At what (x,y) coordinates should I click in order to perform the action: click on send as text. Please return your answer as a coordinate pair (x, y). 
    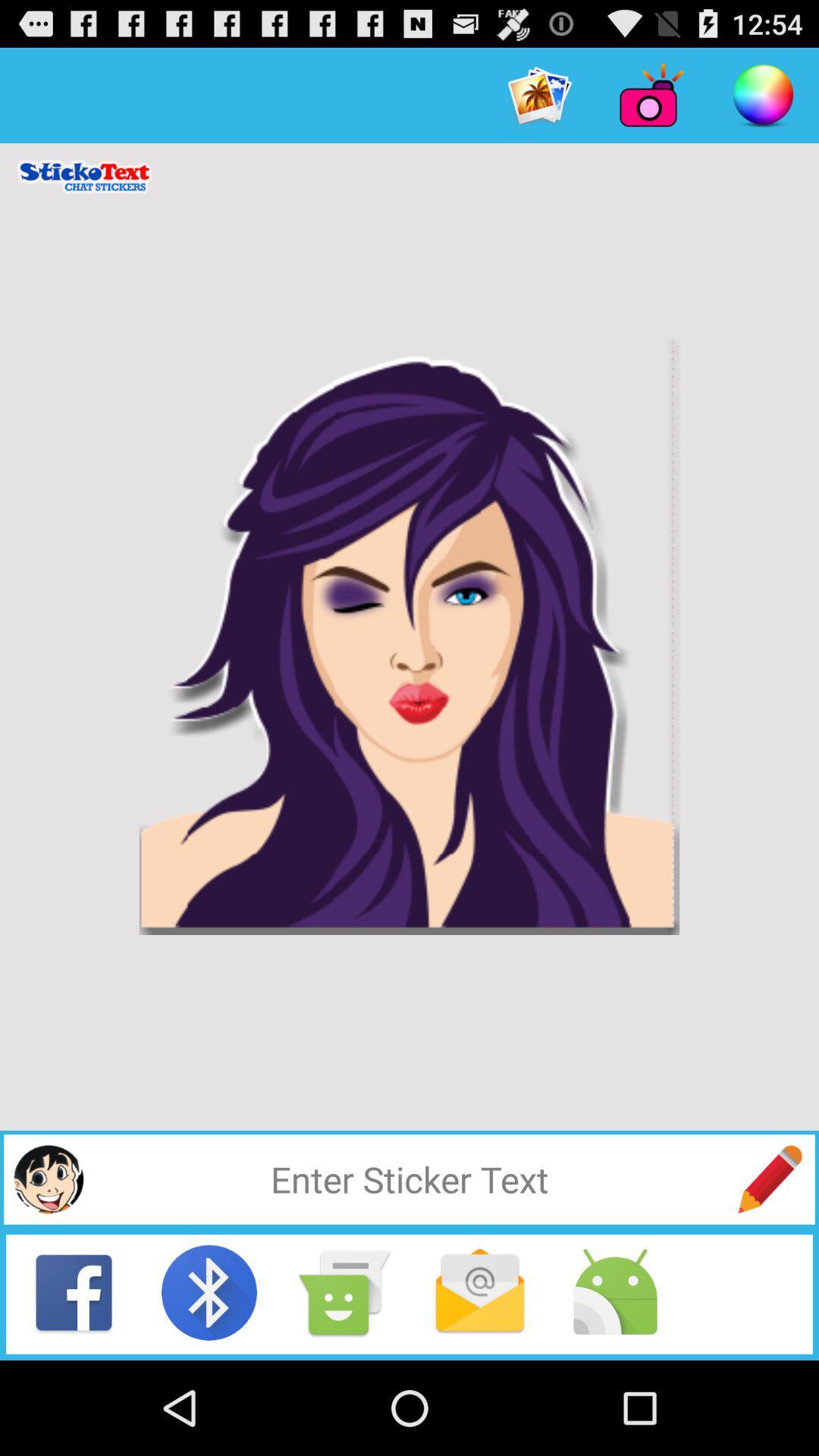
    Looking at the image, I should click on (344, 1291).